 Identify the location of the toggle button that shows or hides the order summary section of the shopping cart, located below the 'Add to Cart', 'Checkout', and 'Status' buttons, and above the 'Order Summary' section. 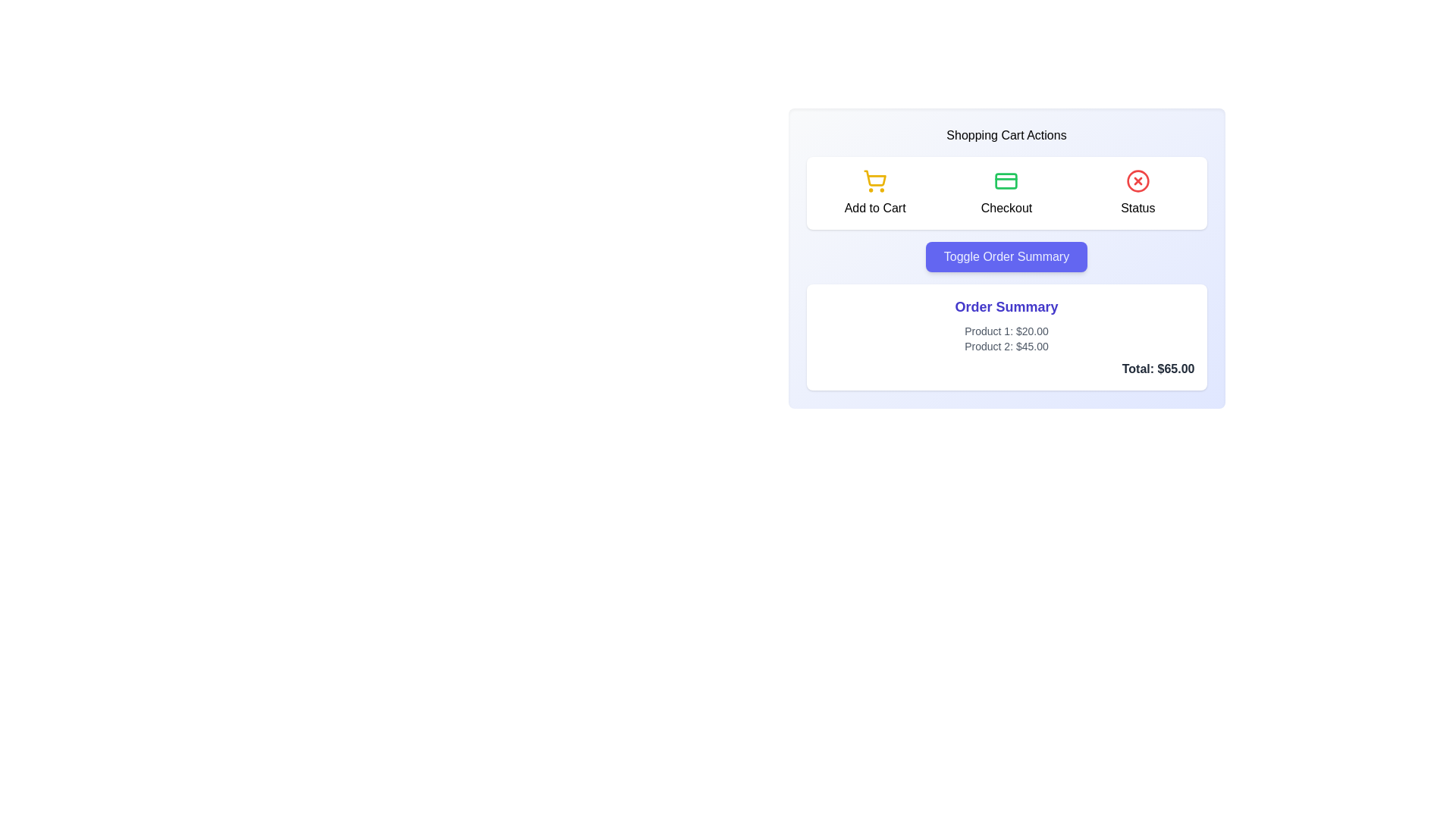
(1006, 256).